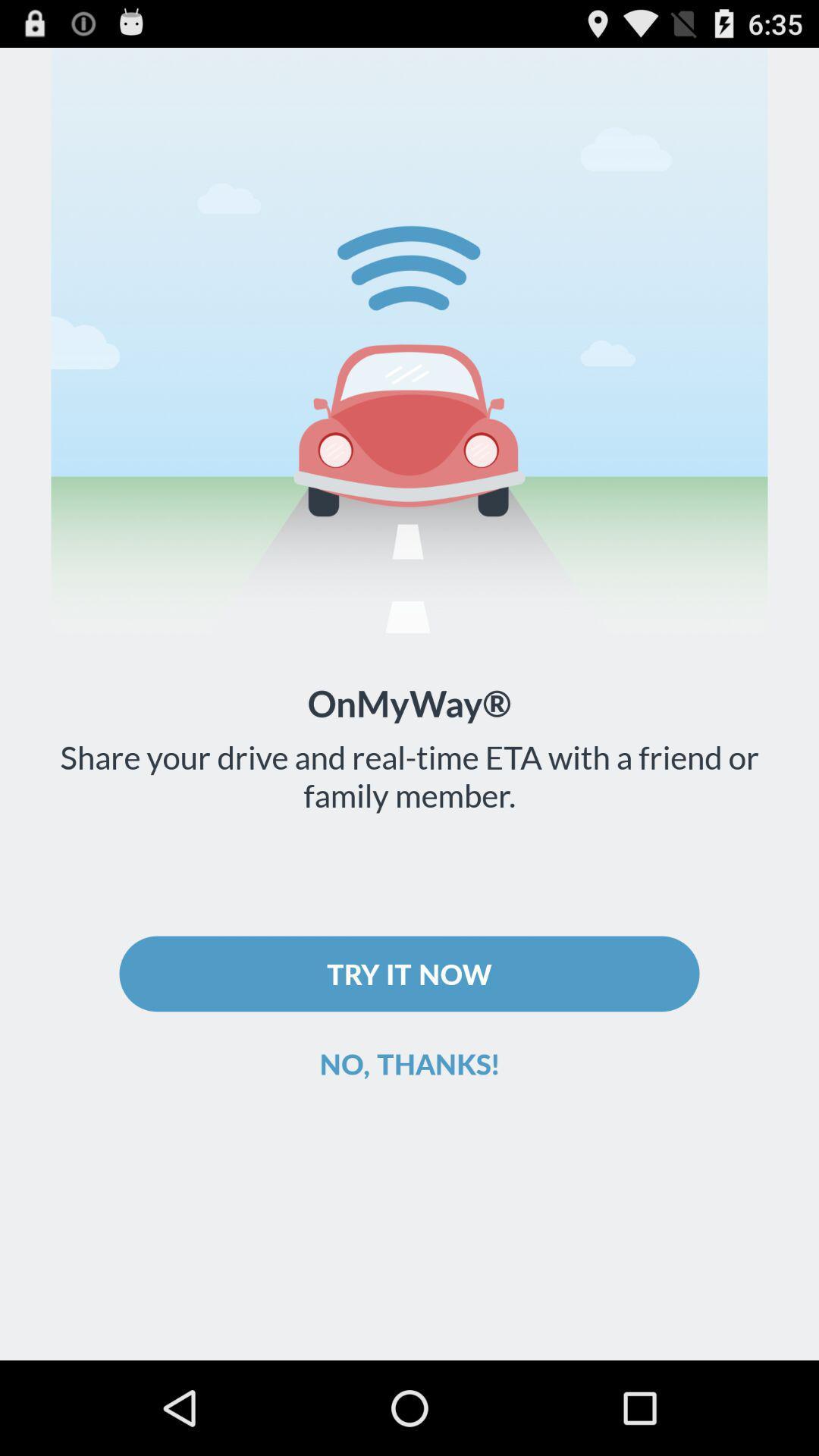  Describe the element at coordinates (409, 1062) in the screenshot. I see `the no, thanks! icon` at that location.